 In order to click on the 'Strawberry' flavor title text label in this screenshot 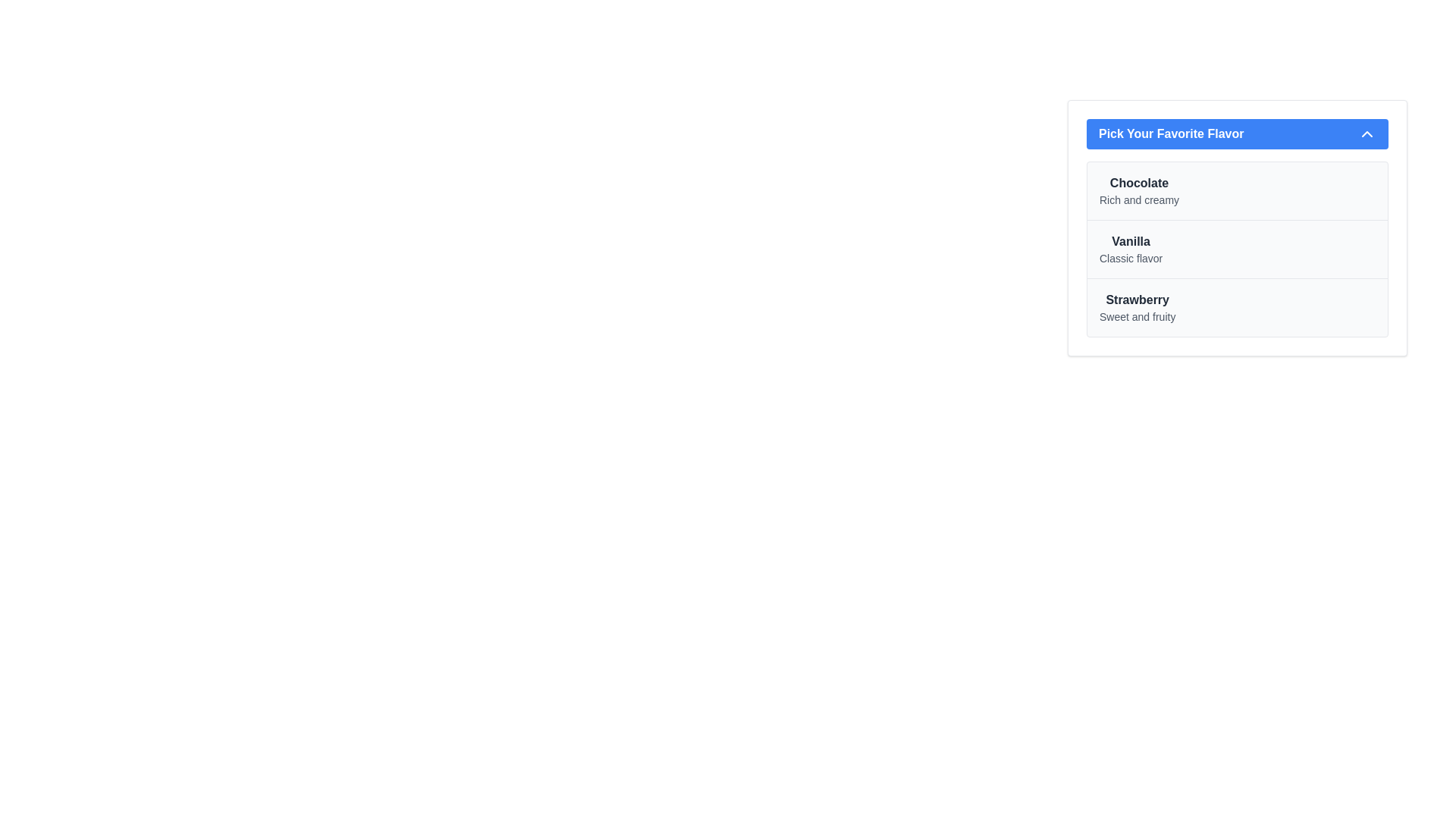, I will do `click(1137, 300)`.